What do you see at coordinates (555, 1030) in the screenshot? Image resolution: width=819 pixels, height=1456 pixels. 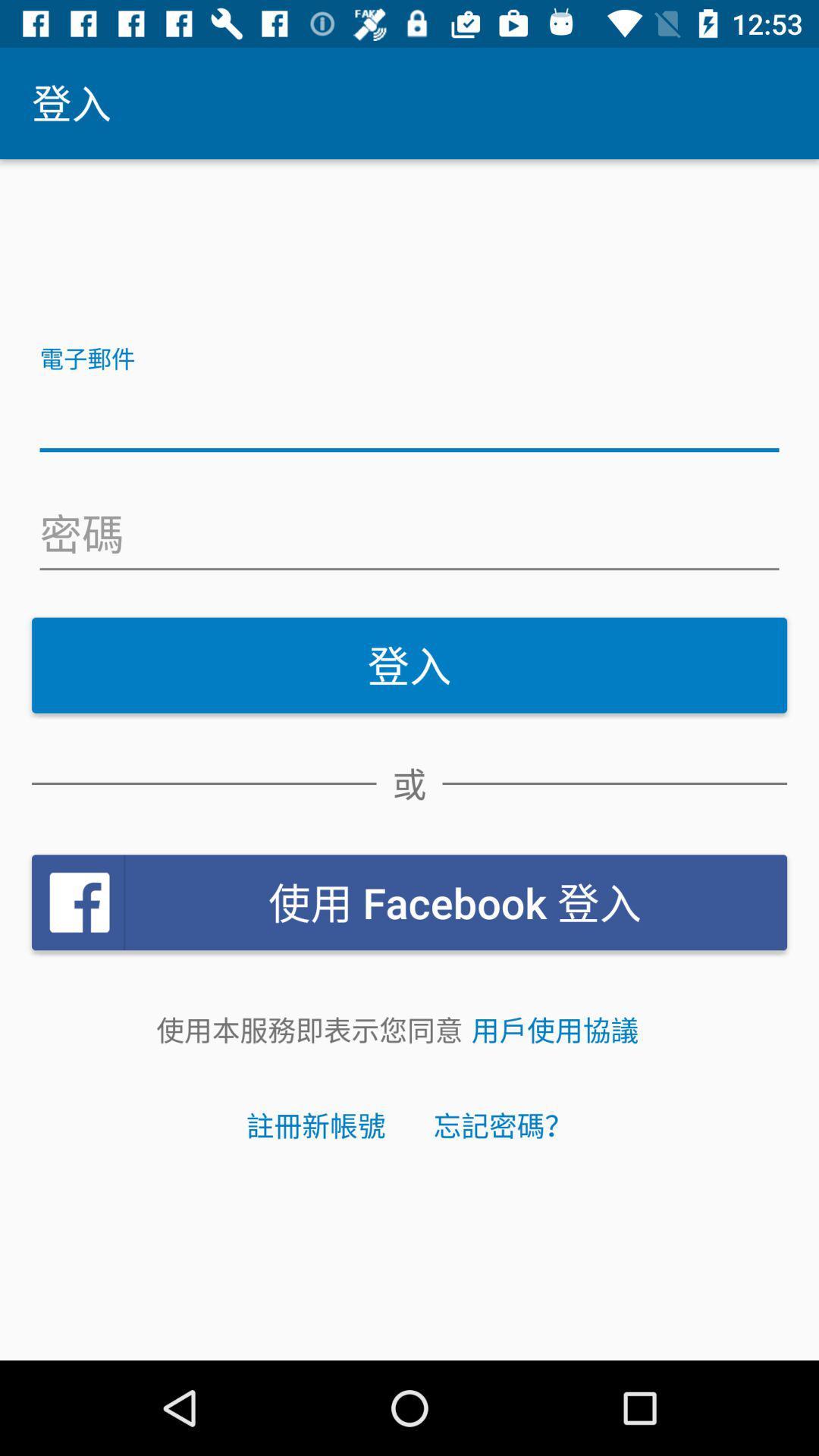 I see `item at the bottom right corner` at bounding box center [555, 1030].